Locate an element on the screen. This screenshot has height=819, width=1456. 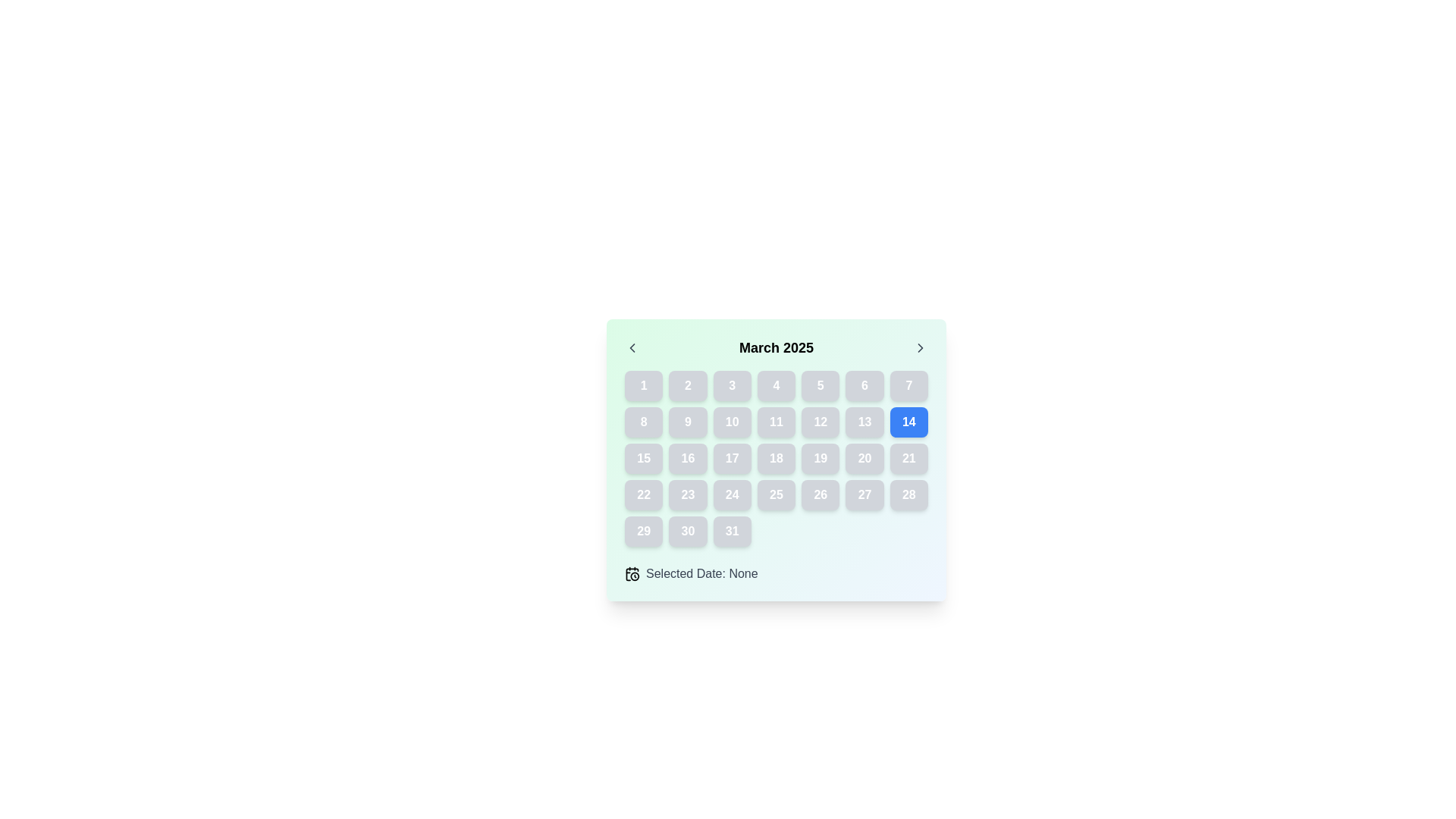
the bold text label displaying 'March 2025' prominently at the center of the calendar interface is located at coordinates (776, 348).